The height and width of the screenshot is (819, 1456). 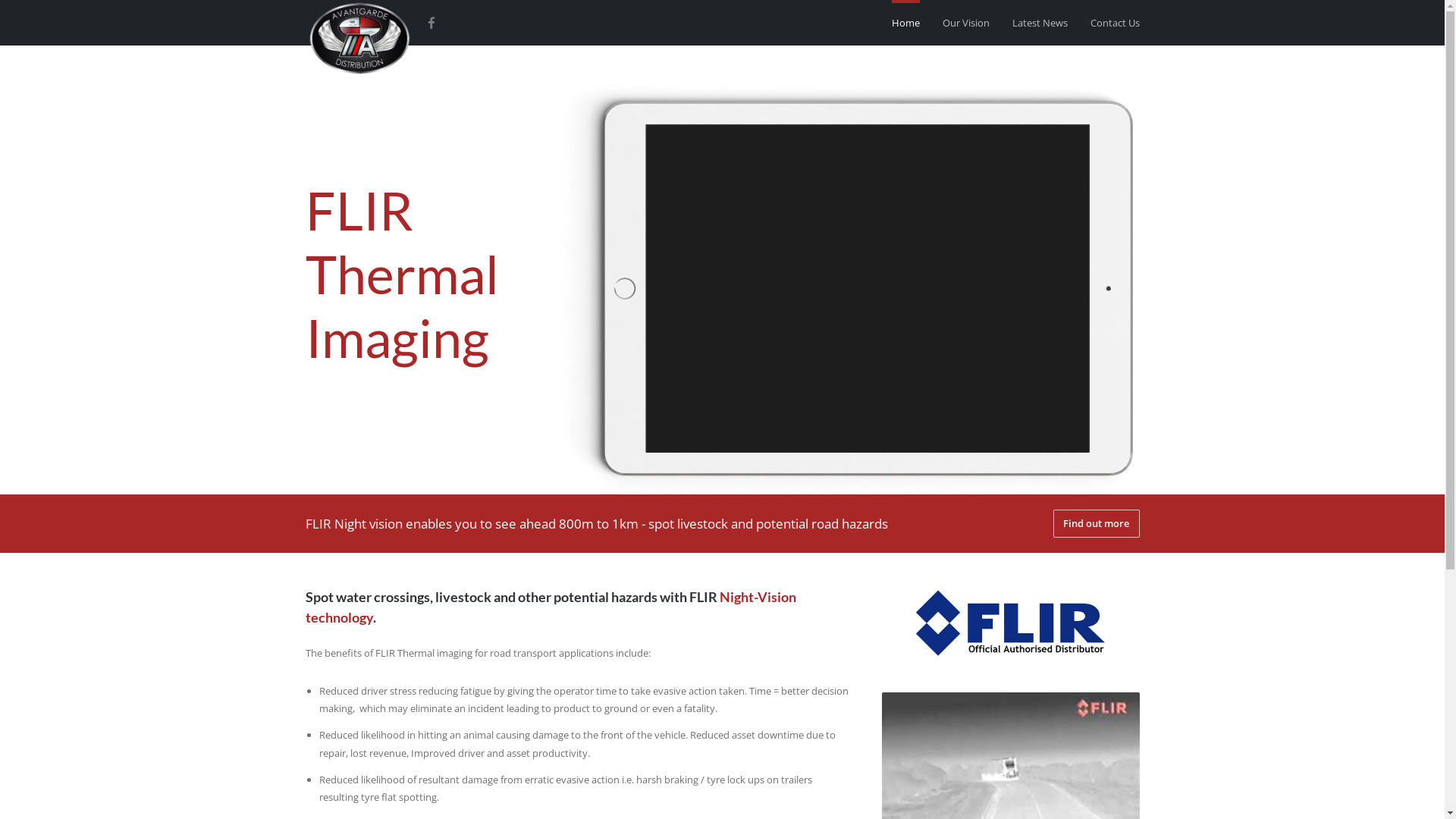 What do you see at coordinates (1038, 23) in the screenshot?
I see `'Latest News'` at bounding box center [1038, 23].